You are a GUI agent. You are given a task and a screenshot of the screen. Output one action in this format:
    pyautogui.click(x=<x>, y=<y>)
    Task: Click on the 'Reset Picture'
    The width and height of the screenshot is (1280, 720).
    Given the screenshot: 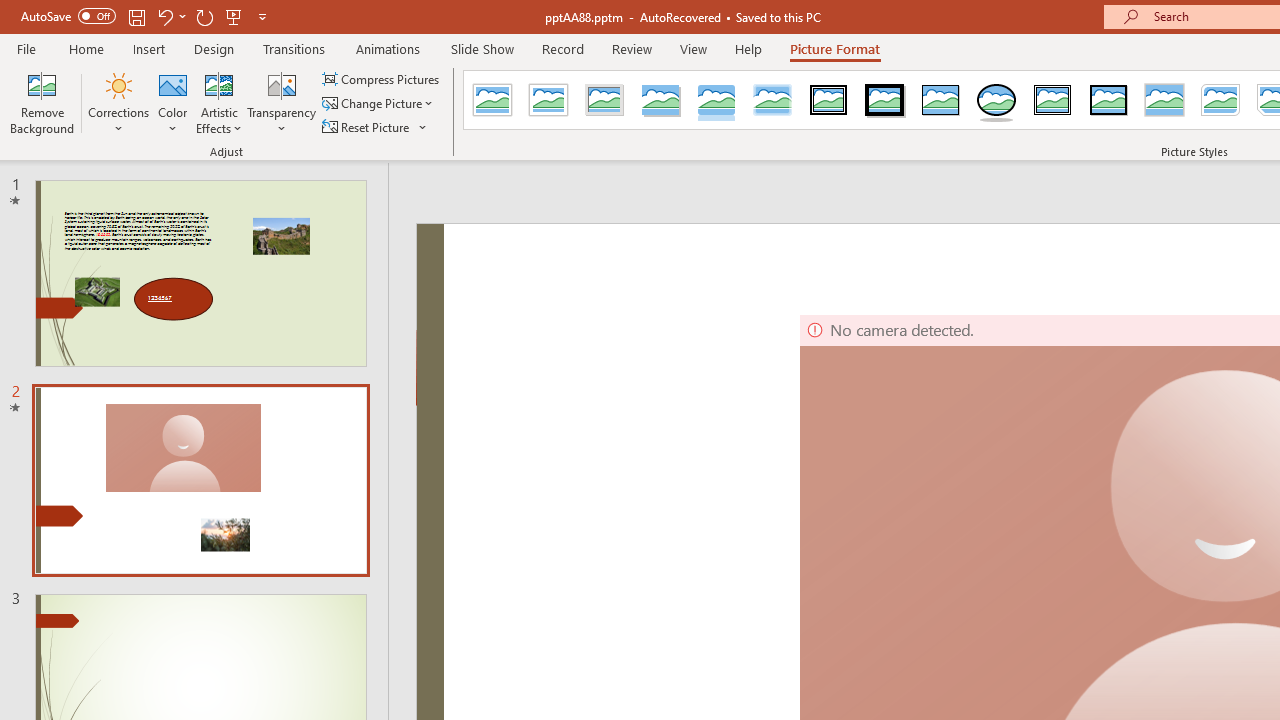 What is the action you would take?
    pyautogui.click(x=375, y=127)
    